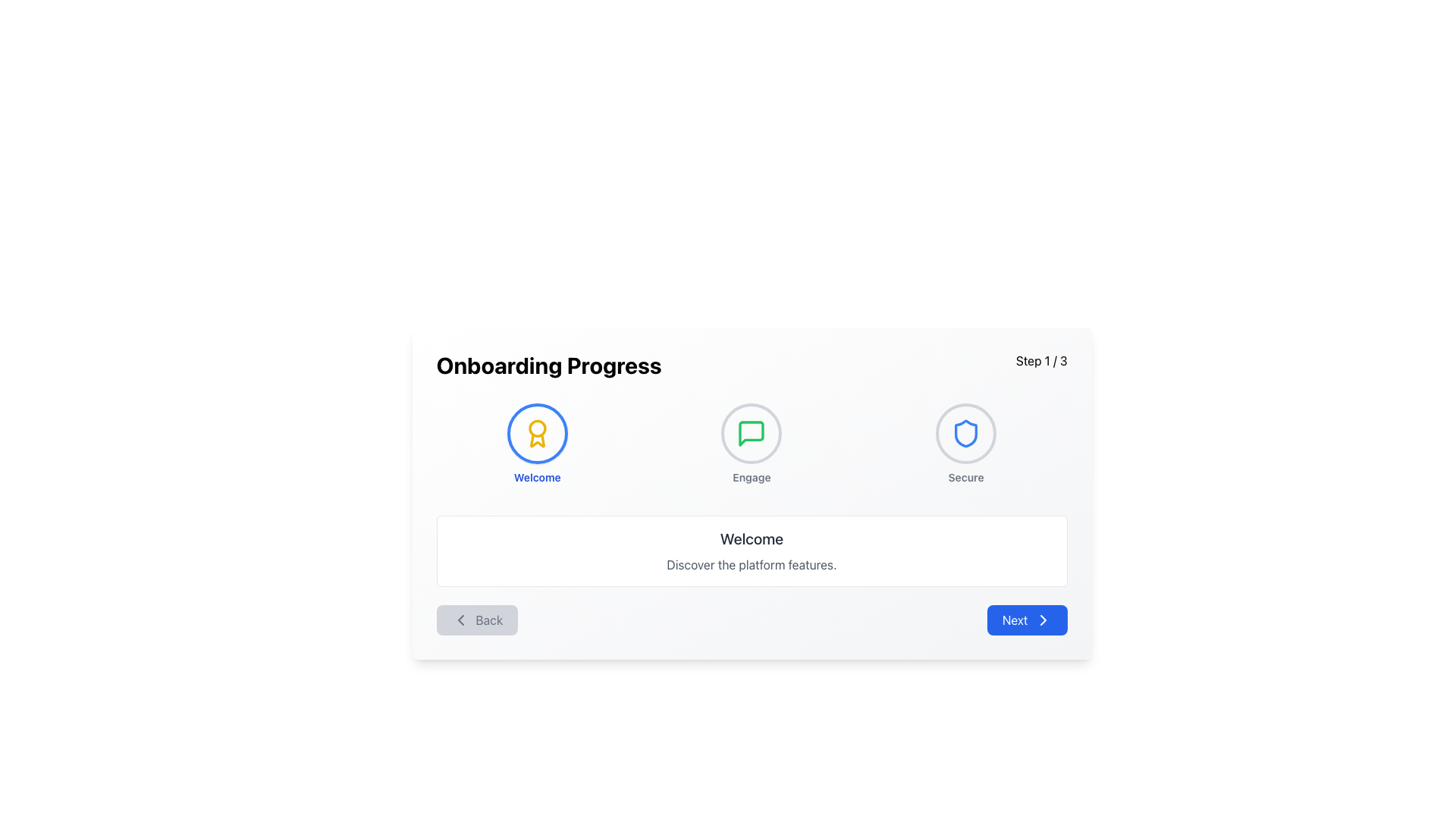 The width and height of the screenshot is (1456, 819). What do you see at coordinates (537, 433) in the screenshot?
I see `the 'Welcome' icon, which is the first icon in a row of three` at bounding box center [537, 433].